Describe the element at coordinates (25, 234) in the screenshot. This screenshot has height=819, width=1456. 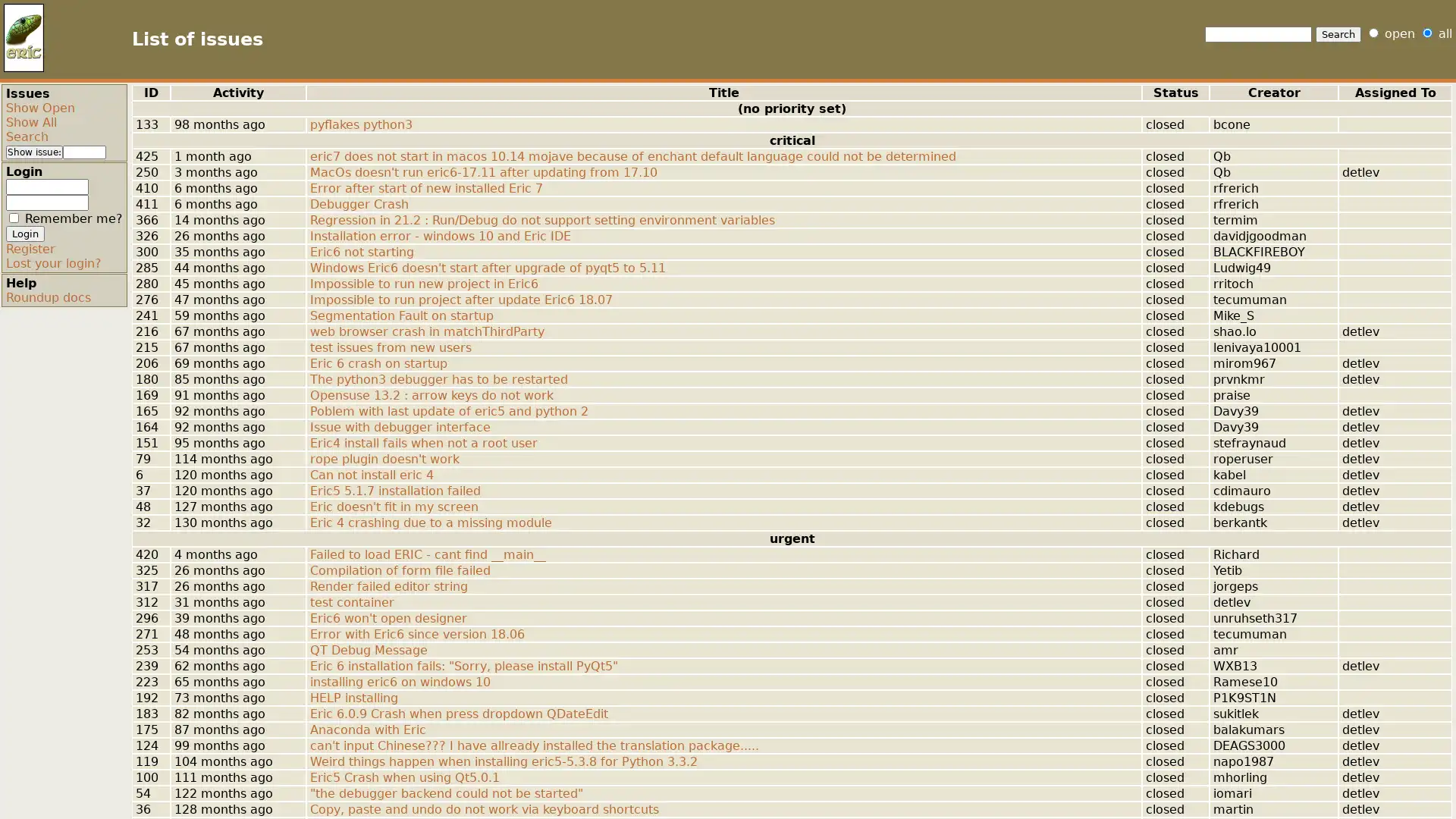
I see `Login` at that location.